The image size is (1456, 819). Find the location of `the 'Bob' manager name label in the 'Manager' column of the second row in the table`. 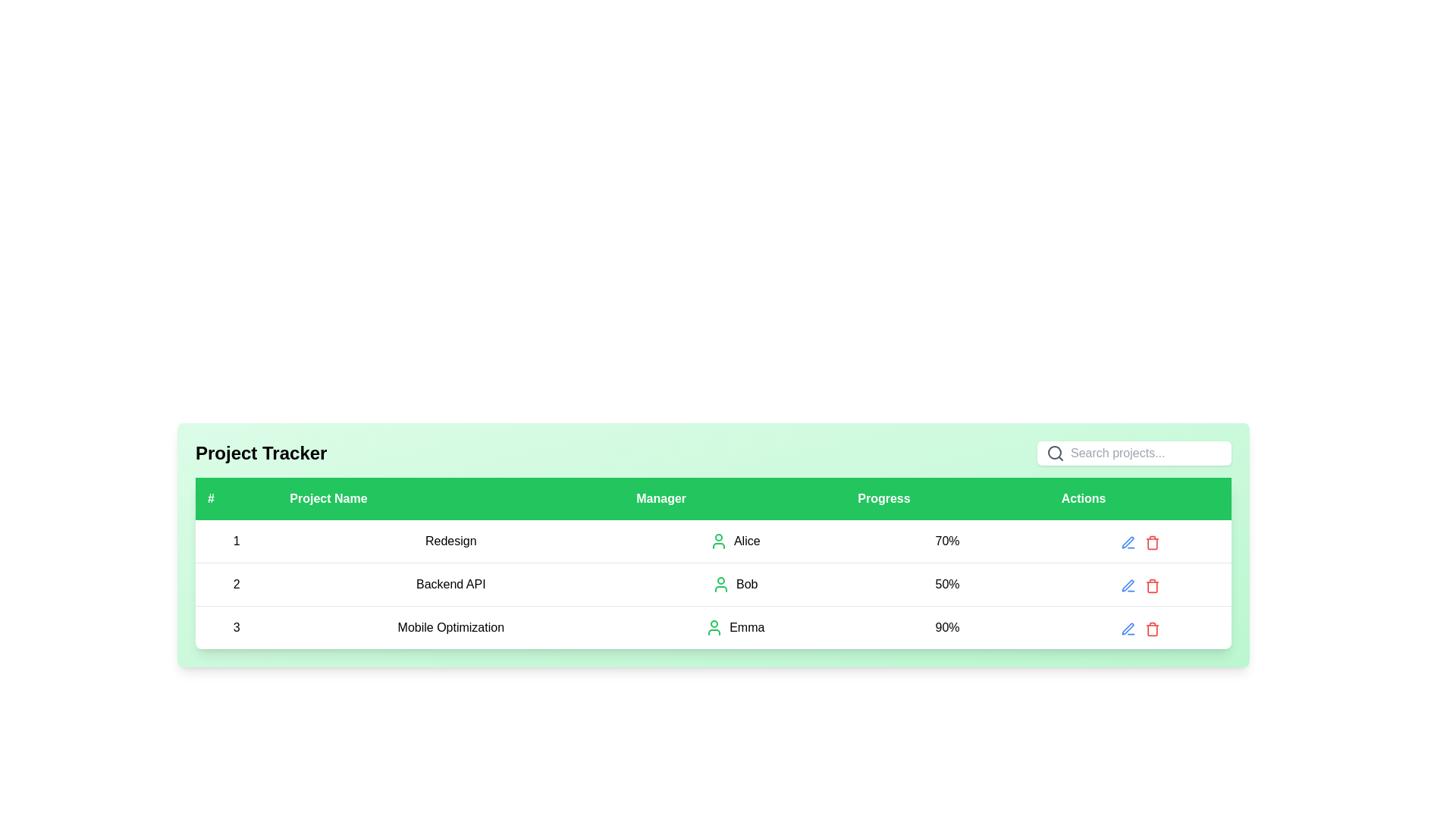

the 'Bob' manager name label in the 'Manager' column of the second row in the table is located at coordinates (735, 584).